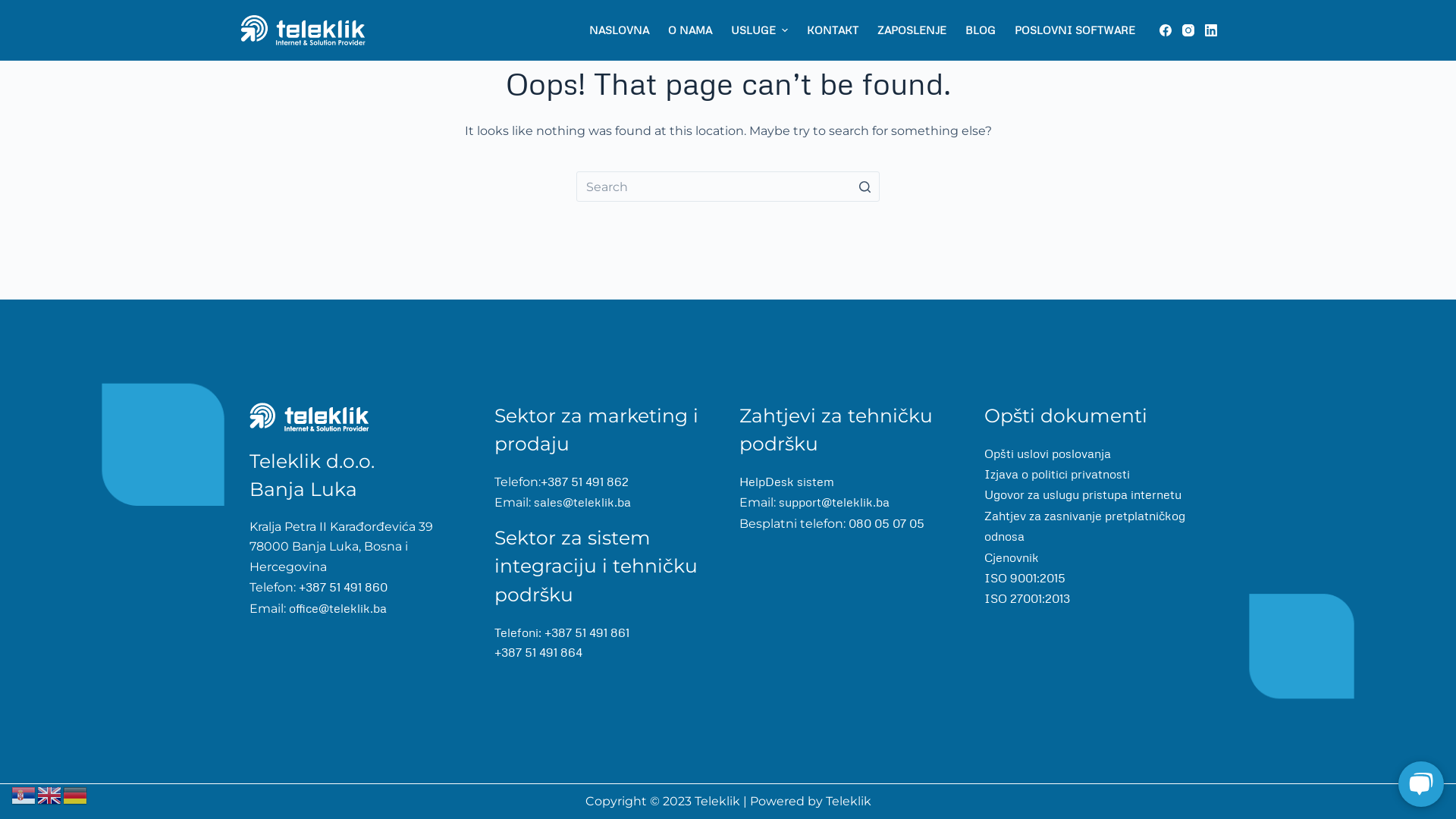 Image resolution: width=1456 pixels, height=819 pixels. Describe the element at coordinates (75, 792) in the screenshot. I see `'German'` at that location.